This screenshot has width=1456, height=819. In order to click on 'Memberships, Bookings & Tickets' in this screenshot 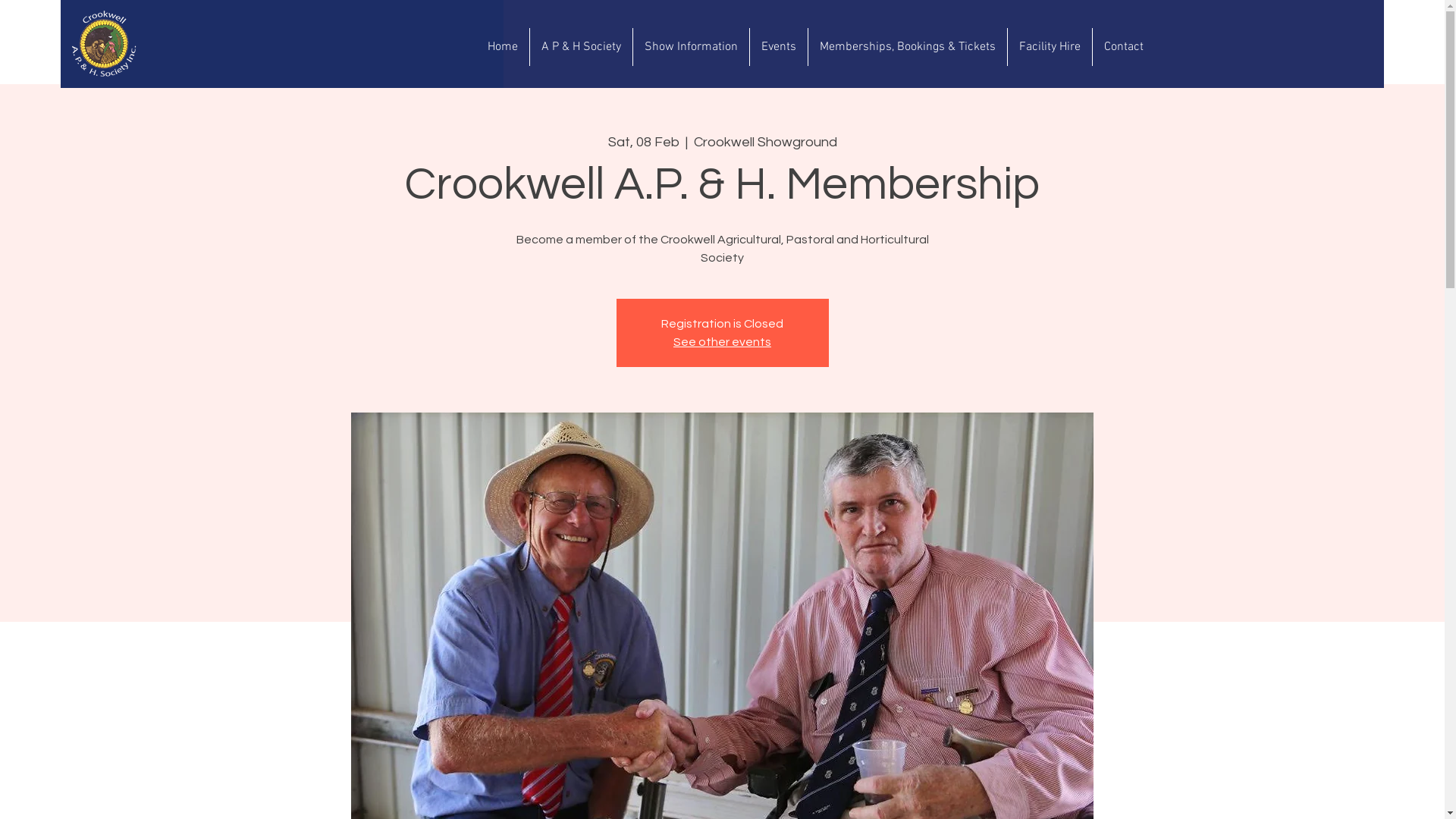, I will do `click(907, 45)`.